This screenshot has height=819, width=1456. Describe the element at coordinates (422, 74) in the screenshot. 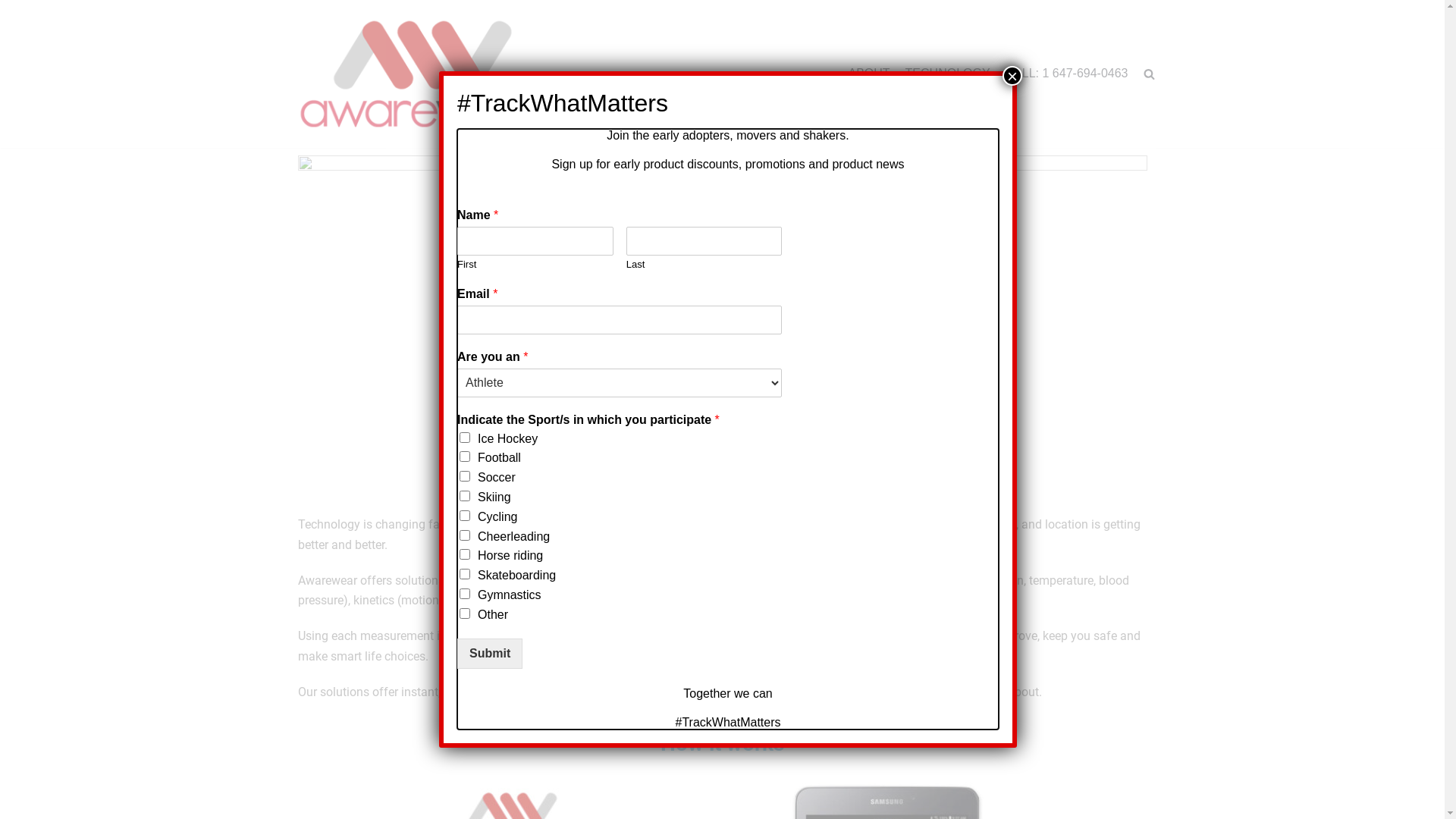

I see `'awarewear'` at that location.